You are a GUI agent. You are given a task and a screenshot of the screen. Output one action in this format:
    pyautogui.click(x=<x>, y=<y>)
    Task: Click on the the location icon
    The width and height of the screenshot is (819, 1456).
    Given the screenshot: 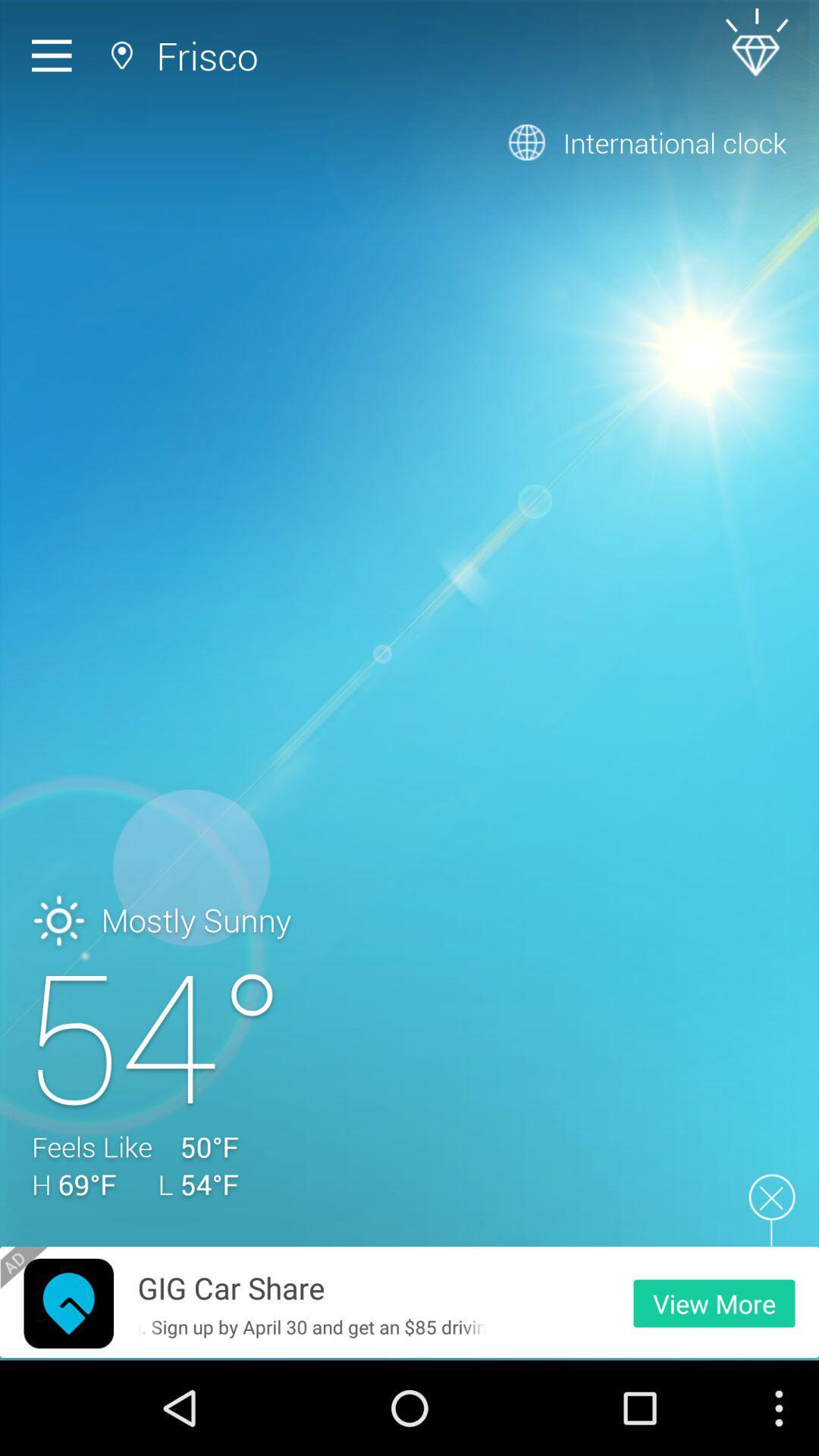 What is the action you would take?
    pyautogui.click(x=68, y=1395)
    